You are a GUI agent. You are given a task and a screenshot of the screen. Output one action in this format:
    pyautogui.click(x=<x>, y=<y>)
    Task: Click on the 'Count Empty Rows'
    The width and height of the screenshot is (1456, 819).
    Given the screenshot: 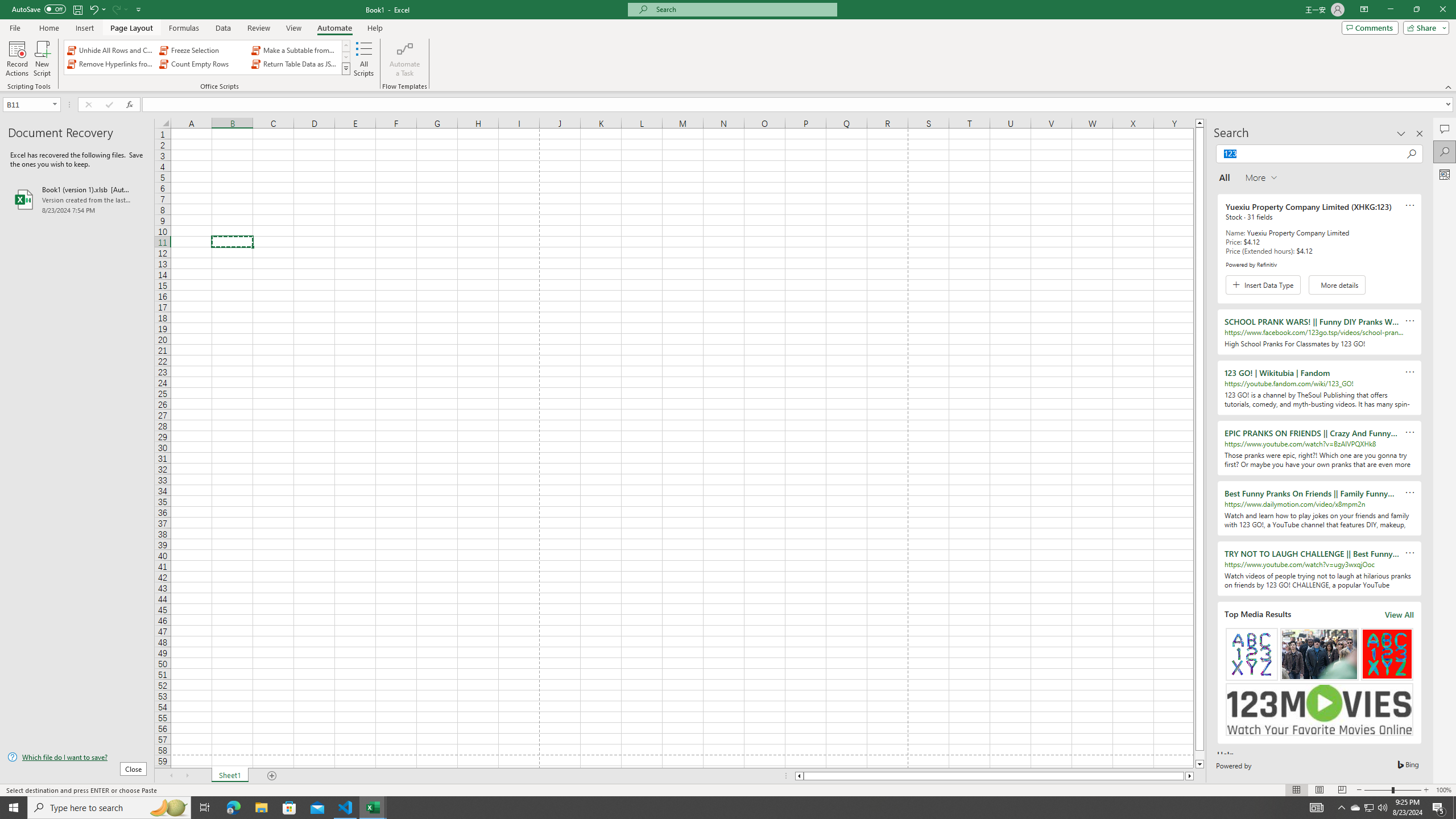 What is the action you would take?
    pyautogui.click(x=202, y=64)
    